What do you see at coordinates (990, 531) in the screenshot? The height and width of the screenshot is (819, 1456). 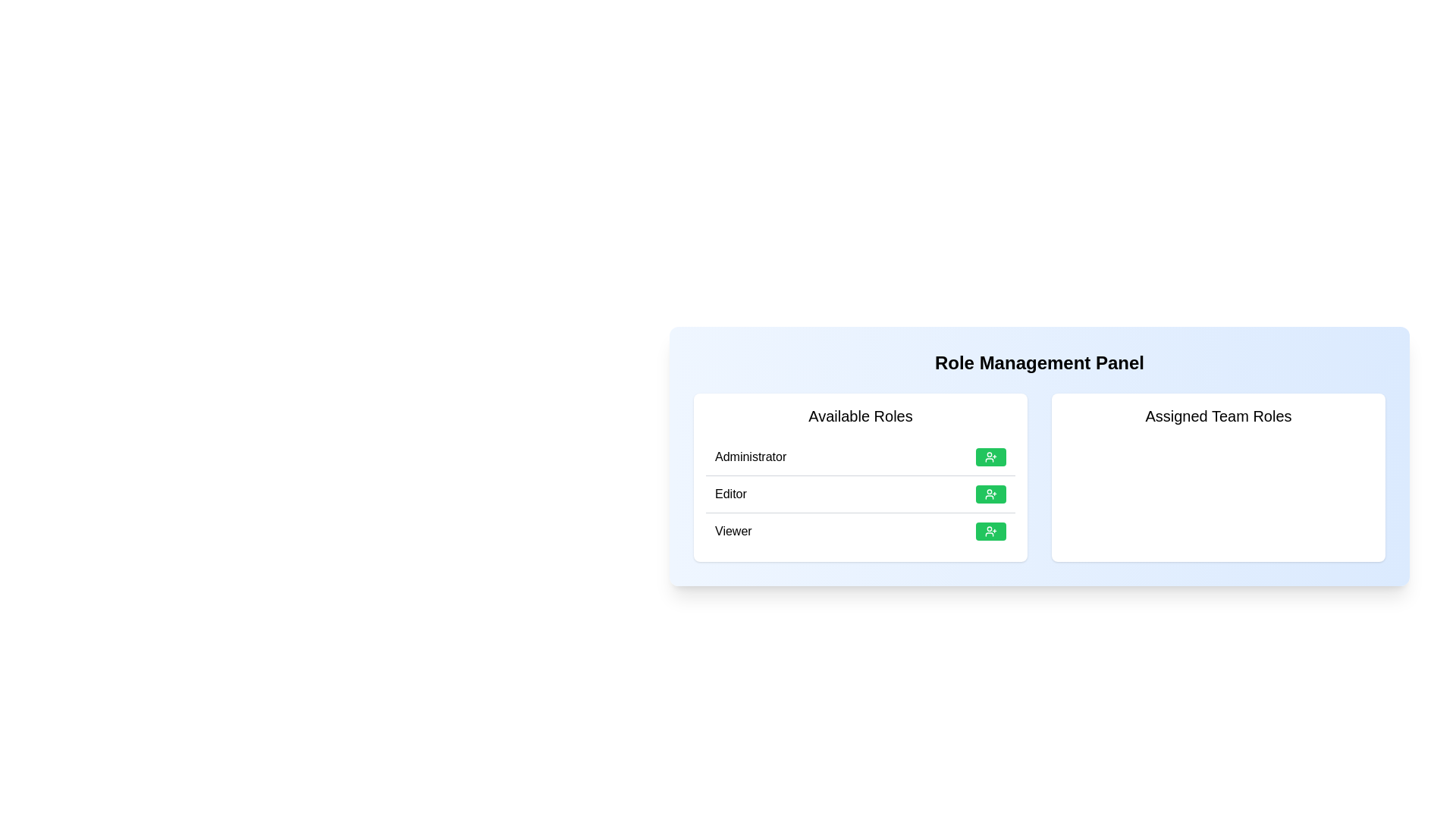 I see `green button next to the role 'Viewer' in the 'Available Roles' section to assign it to the team` at bounding box center [990, 531].